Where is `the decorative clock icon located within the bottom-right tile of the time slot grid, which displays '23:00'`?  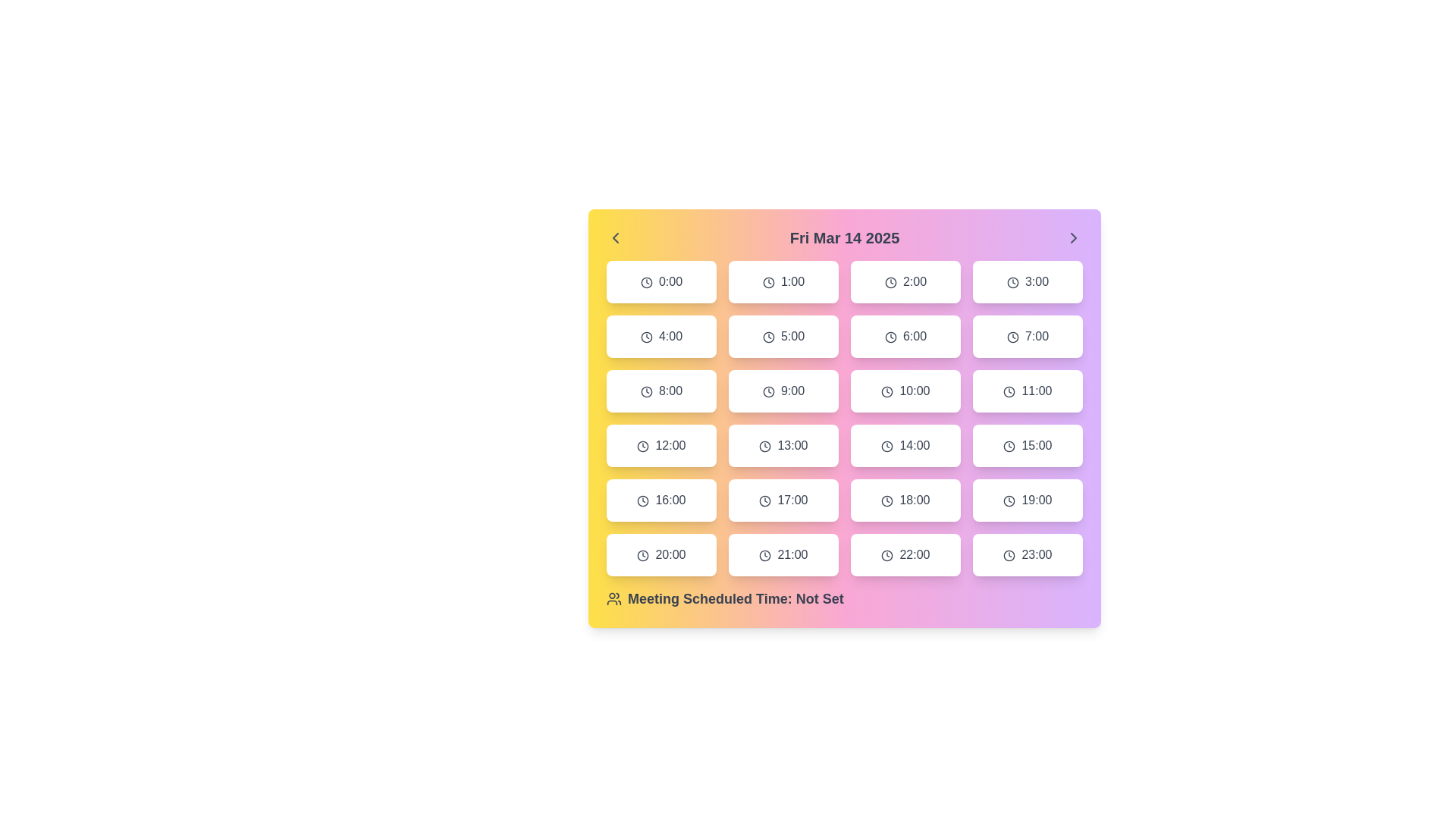
the decorative clock icon located within the bottom-right tile of the time slot grid, which displays '23:00' is located at coordinates (1009, 555).